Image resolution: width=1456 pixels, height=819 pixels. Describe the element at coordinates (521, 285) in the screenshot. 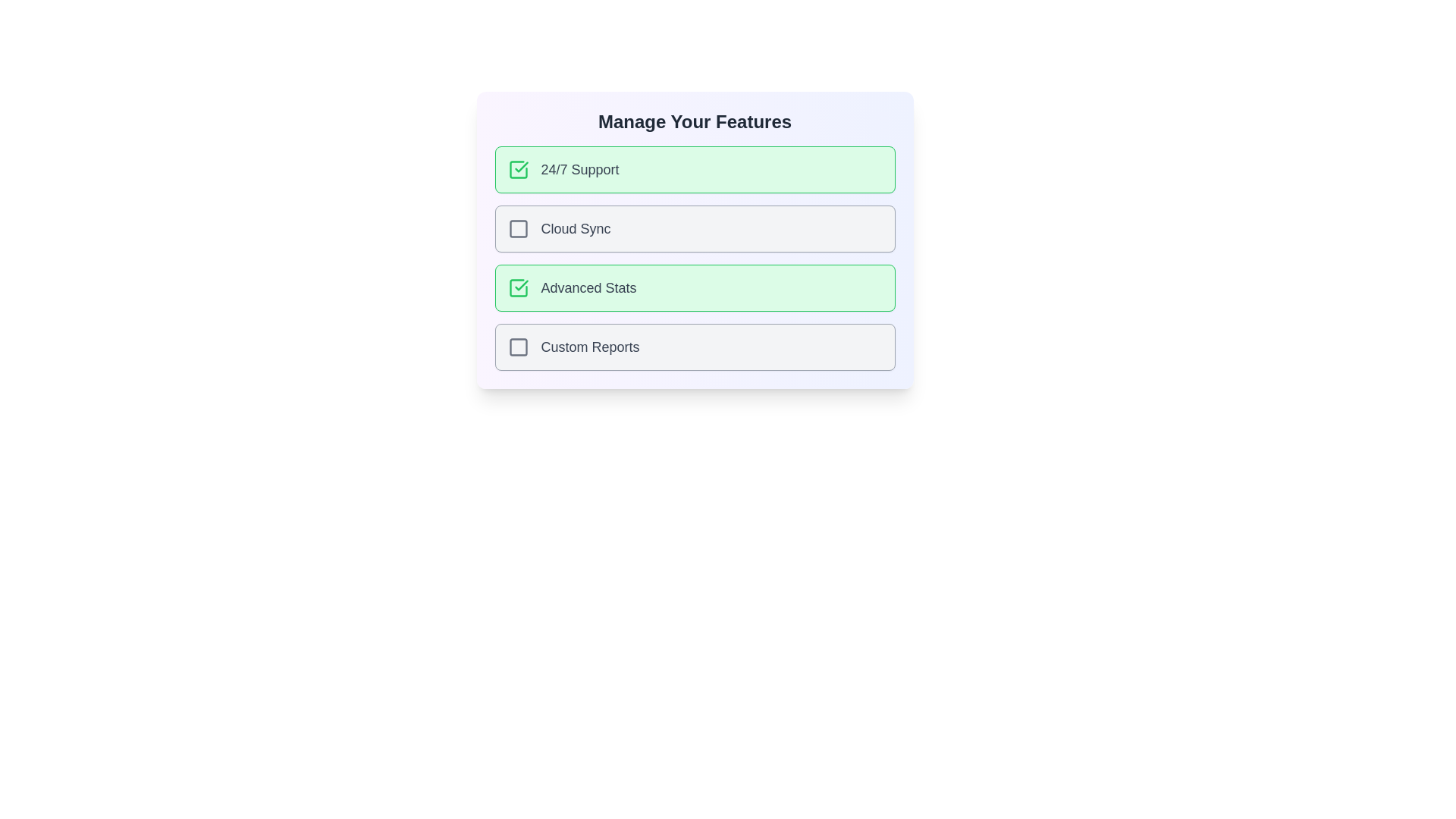

I see `the small green checkmark-shaped icon located within the highlighted rectangular button labeled '24/7 Support' at the top of the vertical stack of features` at that location.